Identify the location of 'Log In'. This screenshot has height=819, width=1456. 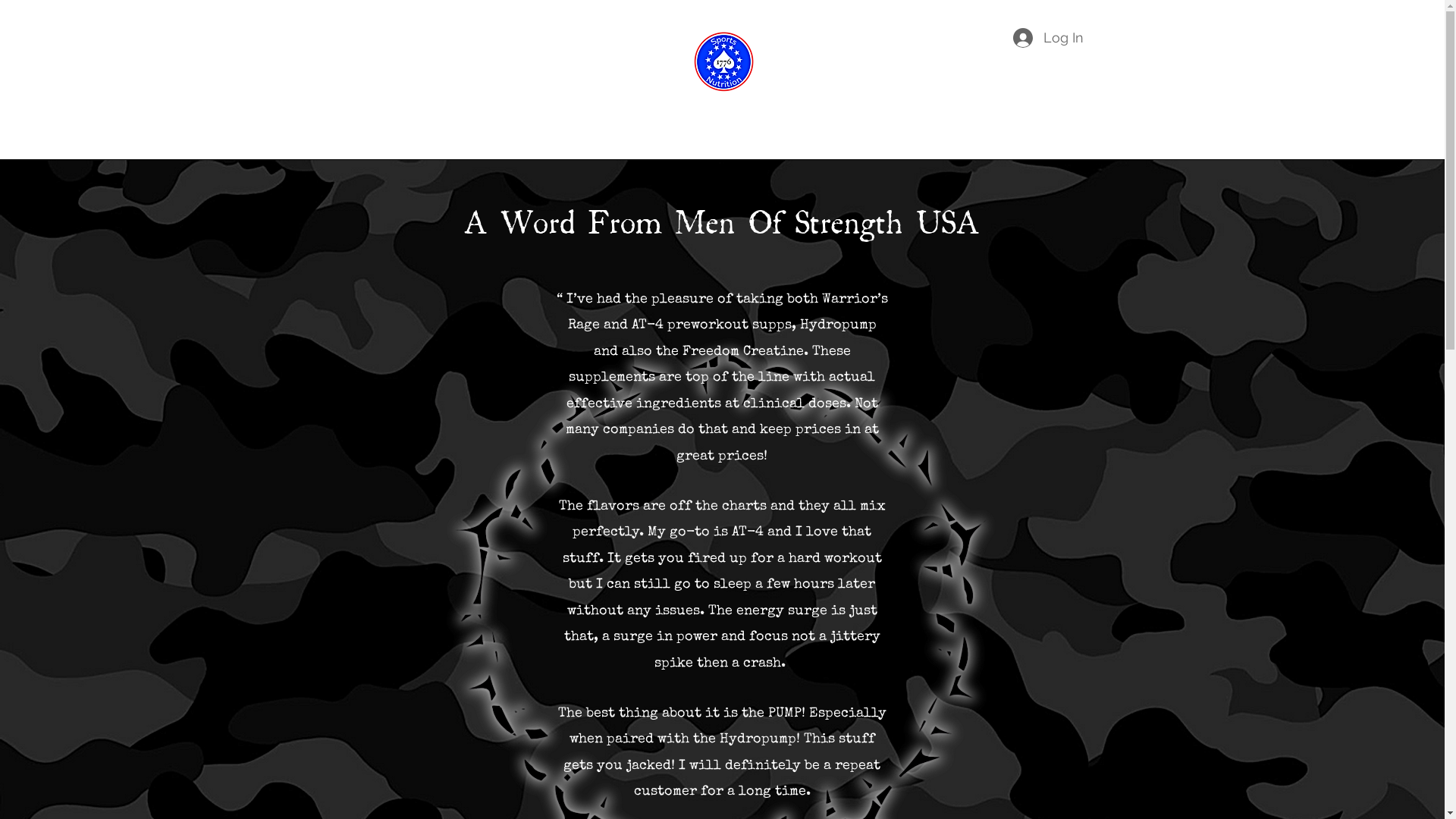
(1047, 37).